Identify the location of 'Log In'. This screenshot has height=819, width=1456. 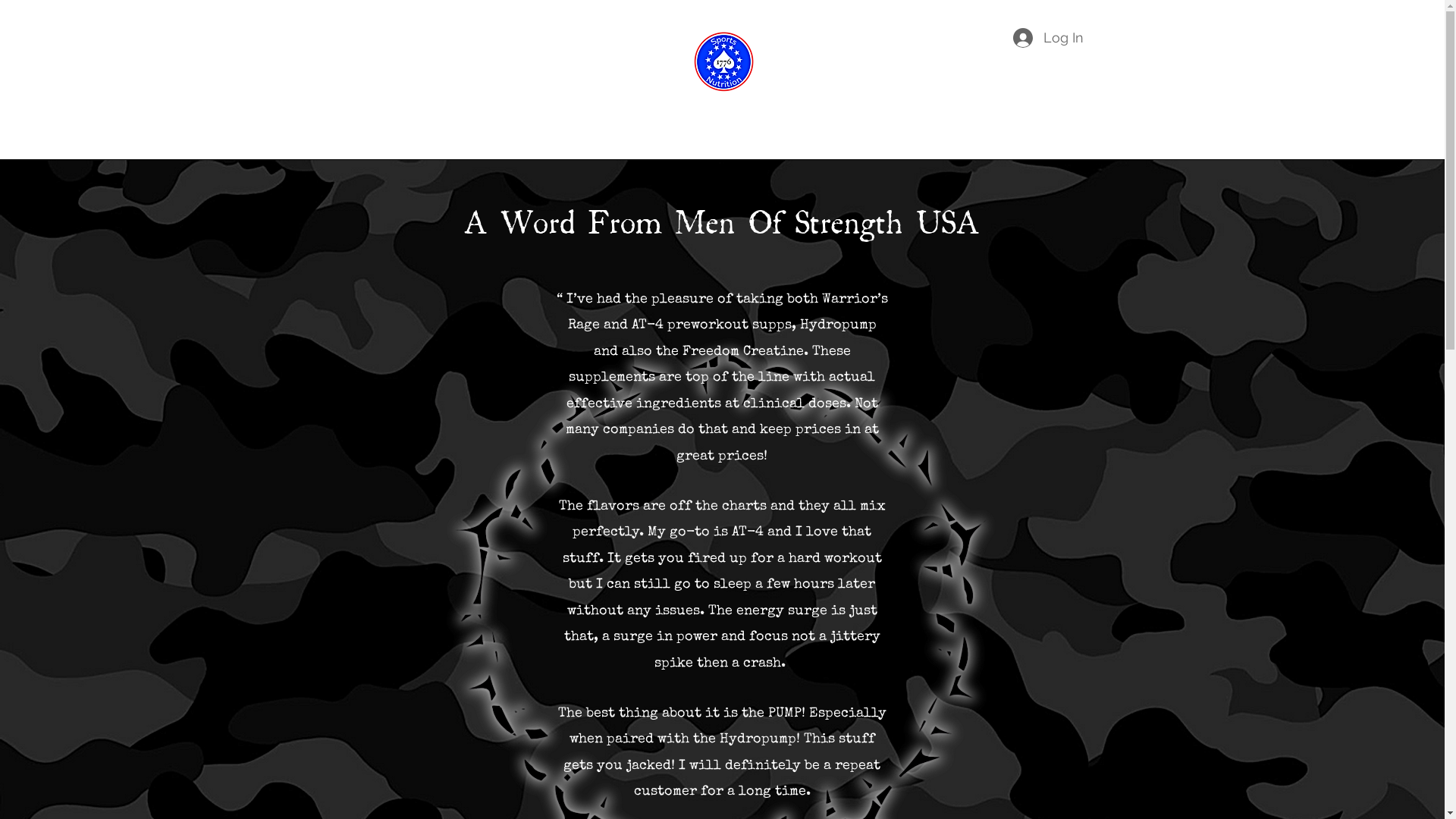
(1047, 37).